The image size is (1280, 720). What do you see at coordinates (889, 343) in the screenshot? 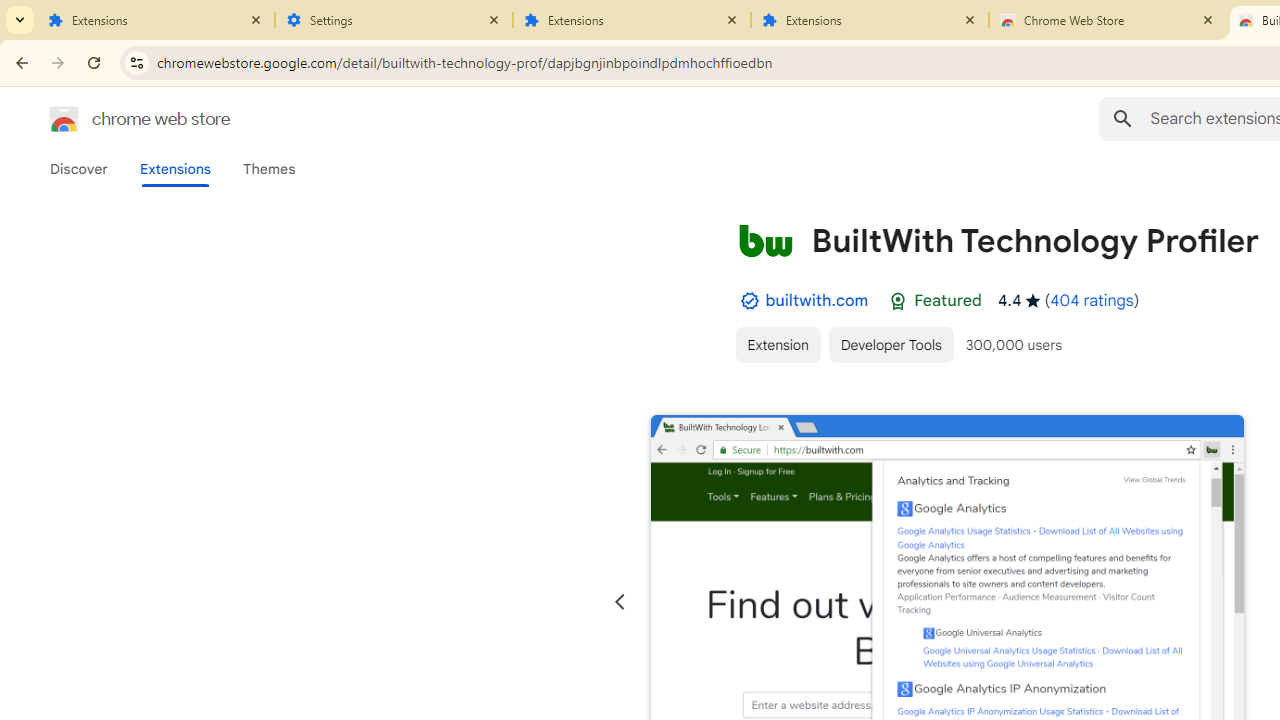
I see `'Developer Tools'` at bounding box center [889, 343].